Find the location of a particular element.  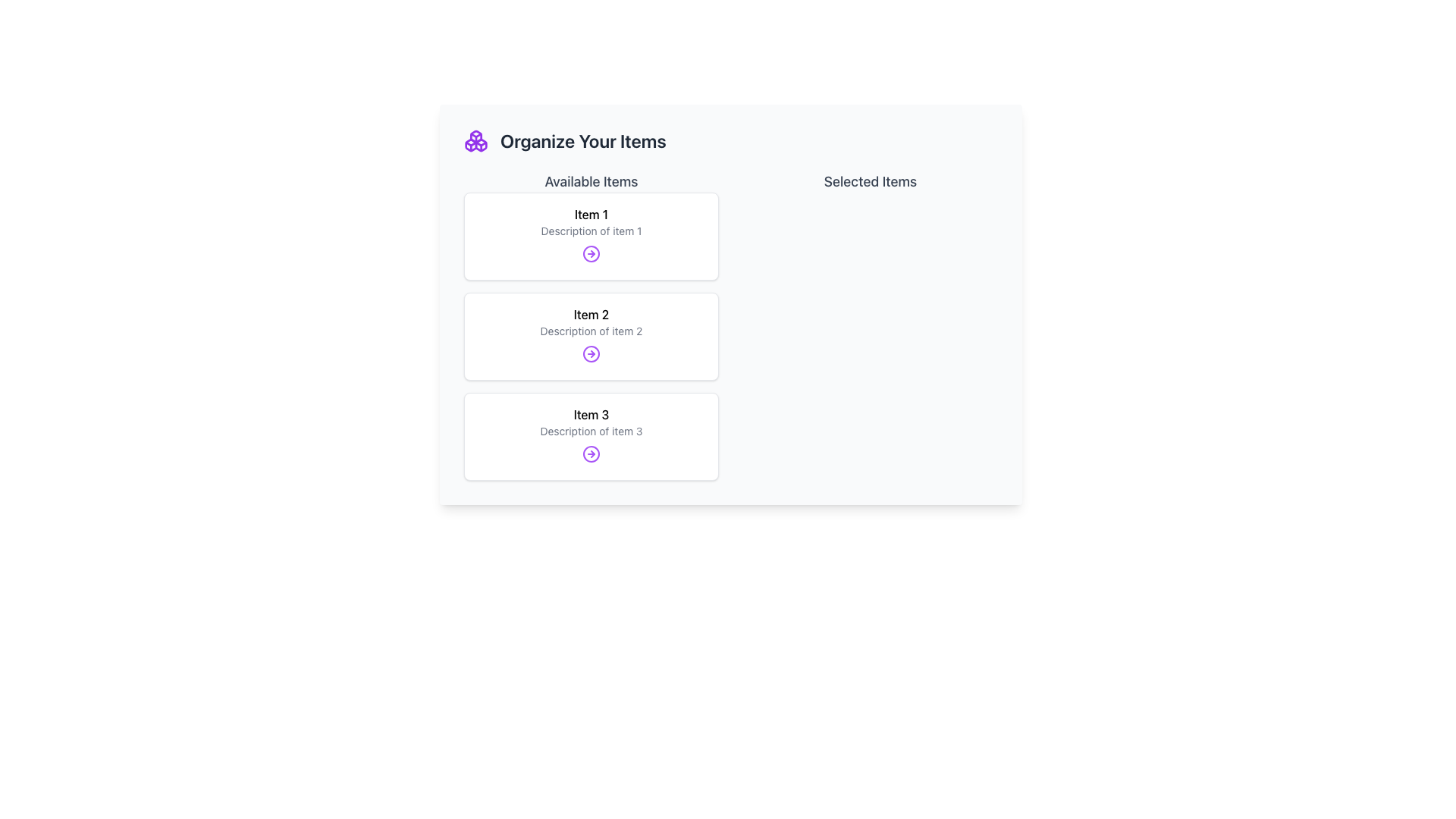

the Decorative Icon Fragment located at the top left of the page header is located at coordinates (475, 136).